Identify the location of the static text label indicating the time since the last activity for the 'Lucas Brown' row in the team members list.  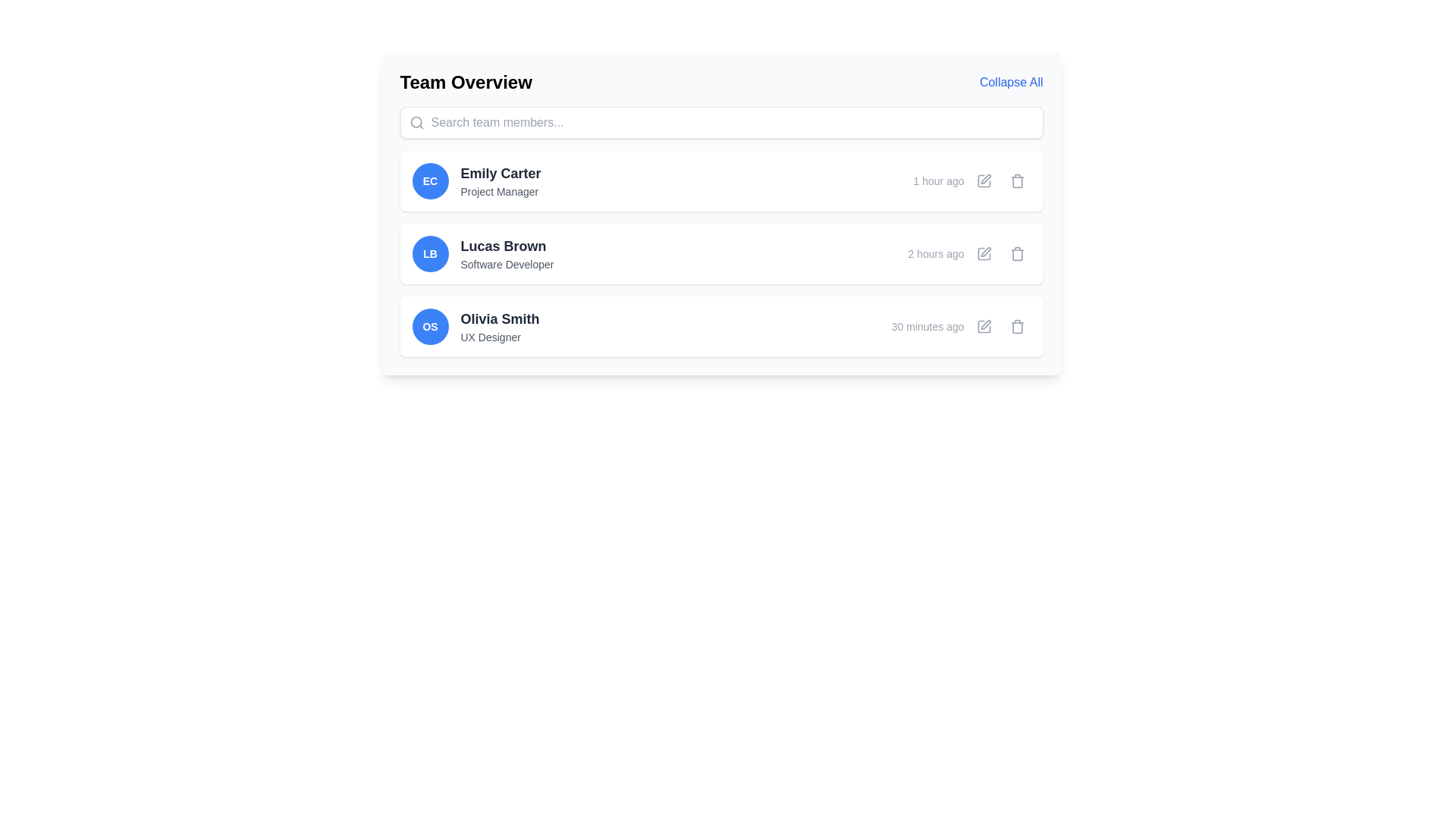
(935, 253).